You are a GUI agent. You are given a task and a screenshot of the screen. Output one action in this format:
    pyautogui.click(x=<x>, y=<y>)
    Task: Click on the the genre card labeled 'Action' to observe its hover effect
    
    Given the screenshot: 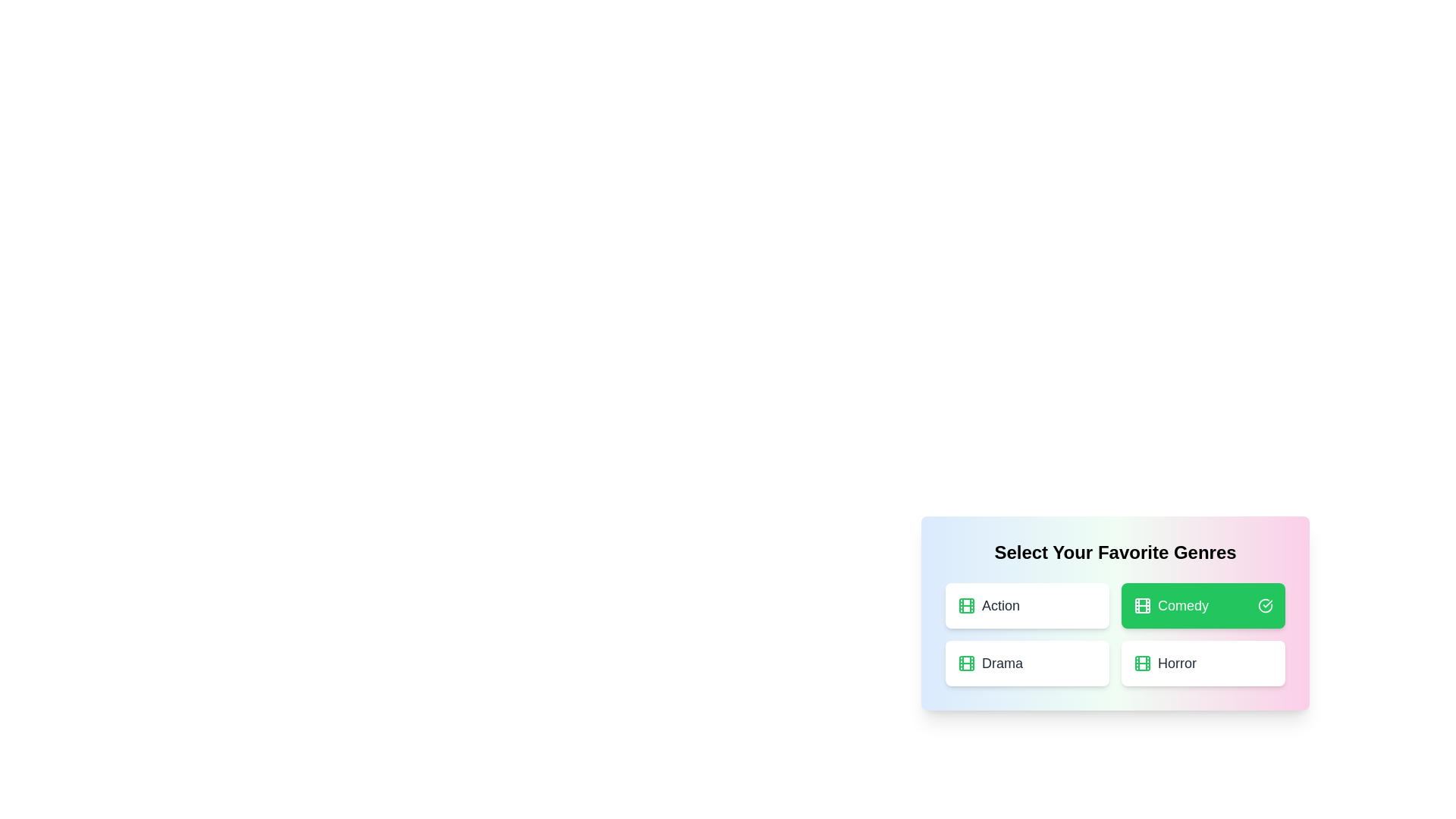 What is the action you would take?
    pyautogui.click(x=1027, y=604)
    